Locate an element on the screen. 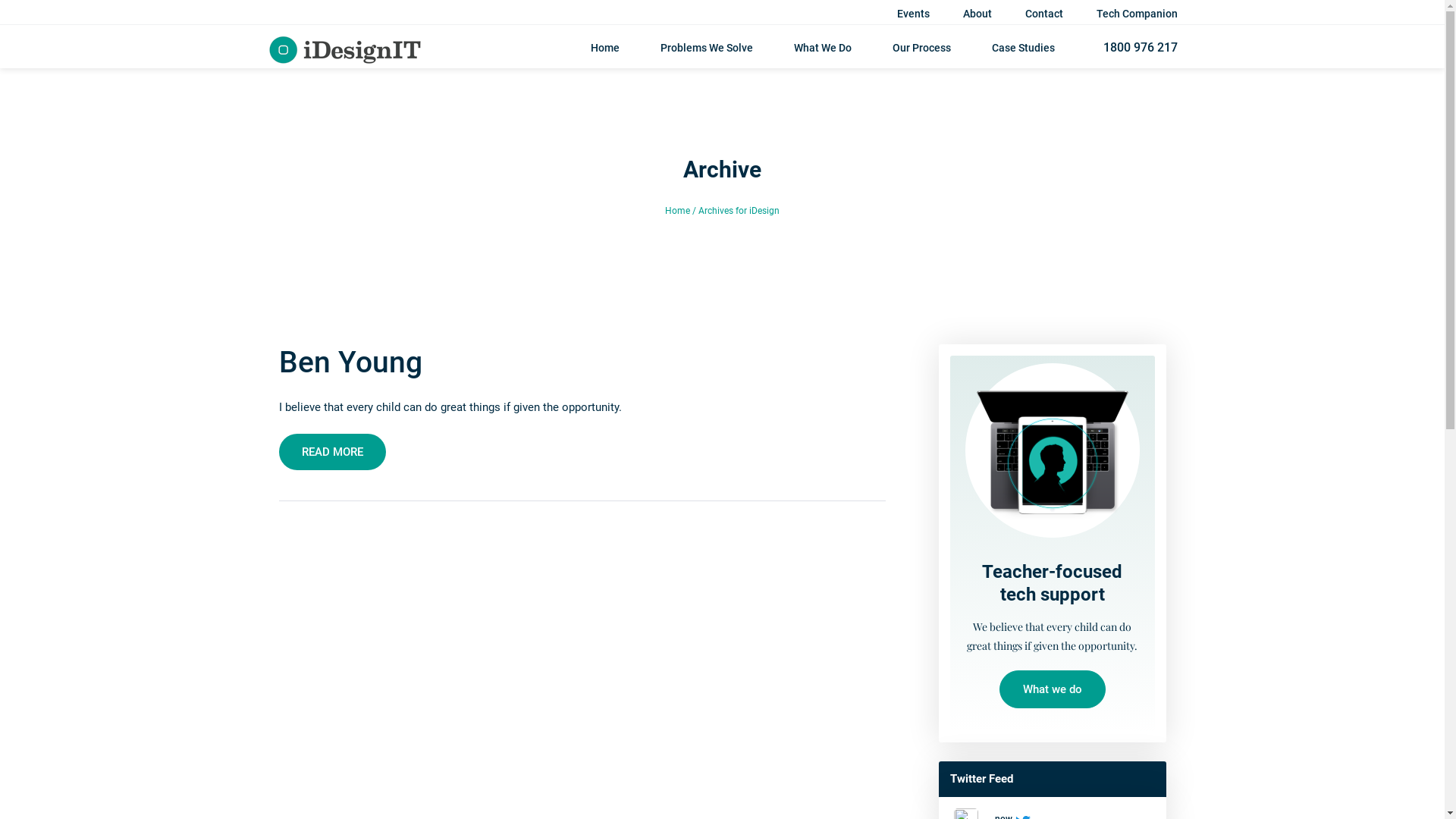 This screenshot has height=819, width=1456. 'Ben Young' is located at coordinates (279, 362).